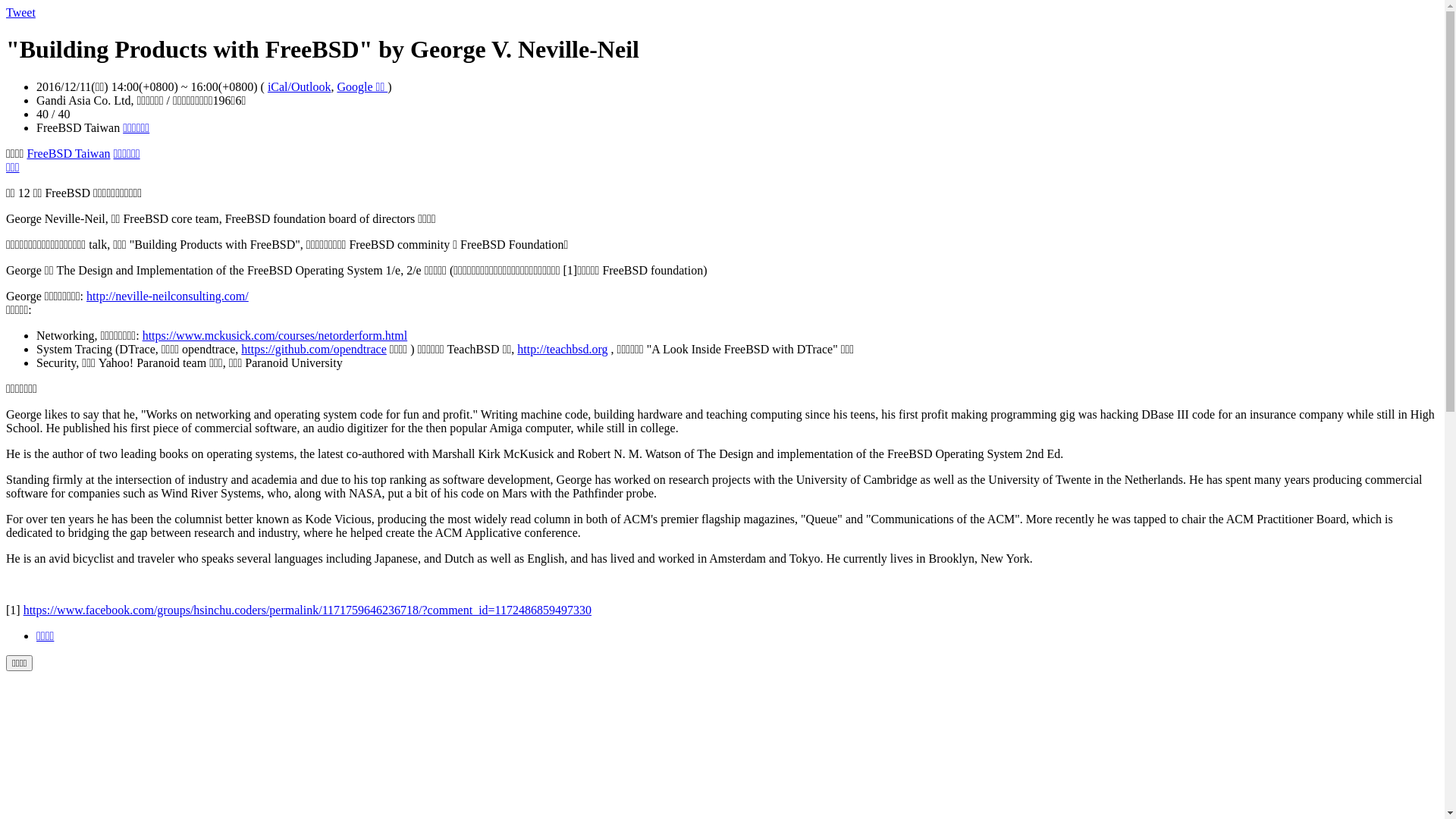 The height and width of the screenshot is (819, 1456). What do you see at coordinates (167, 296) in the screenshot?
I see `'http://neville-neilconsulting.com/'` at bounding box center [167, 296].